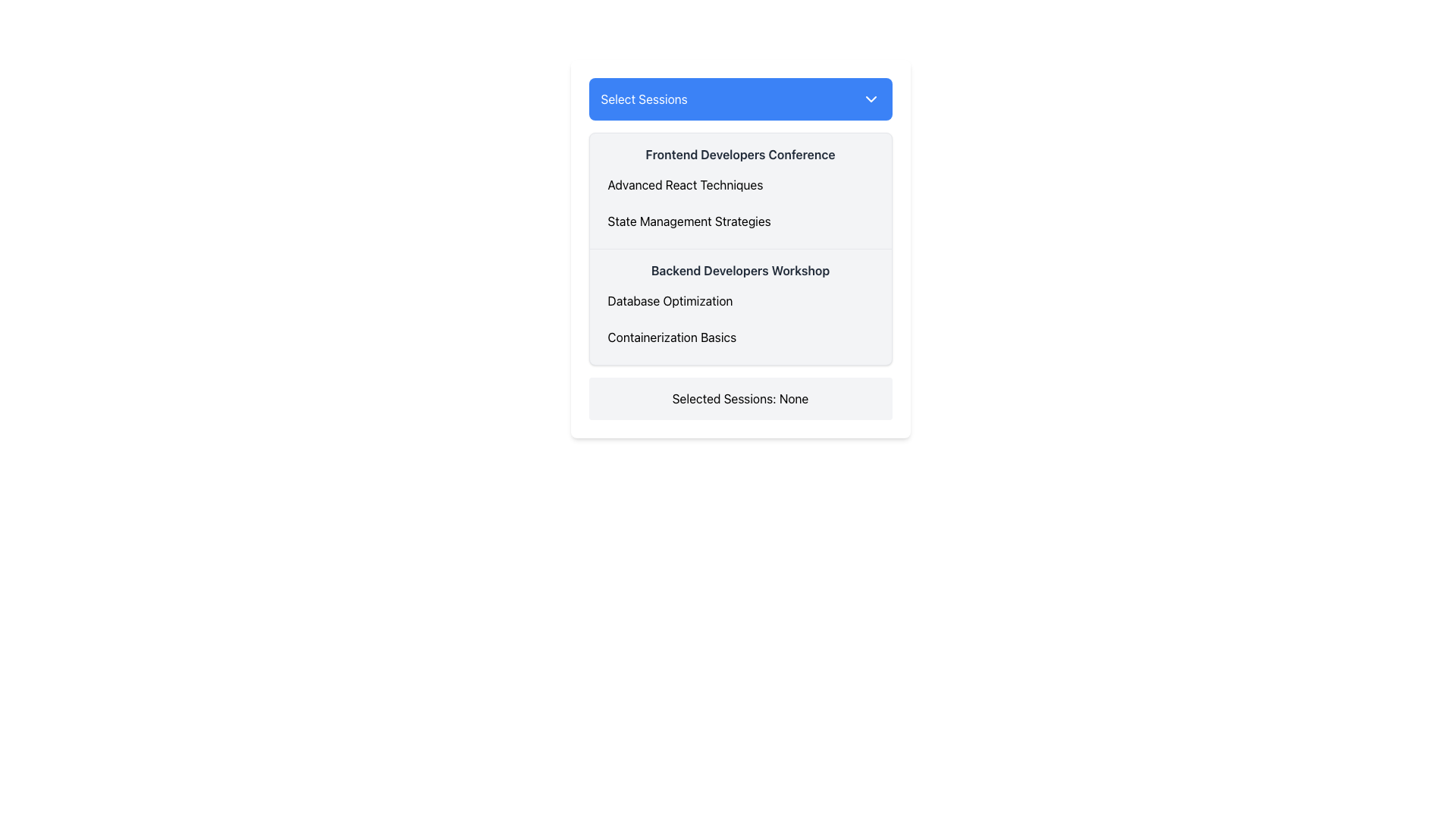 The image size is (1456, 819). Describe the element at coordinates (740, 270) in the screenshot. I see `the third Text Display Label that displays the name of a workshop, located between 'State Management Strategies' and 'Database Optimization'` at that location.